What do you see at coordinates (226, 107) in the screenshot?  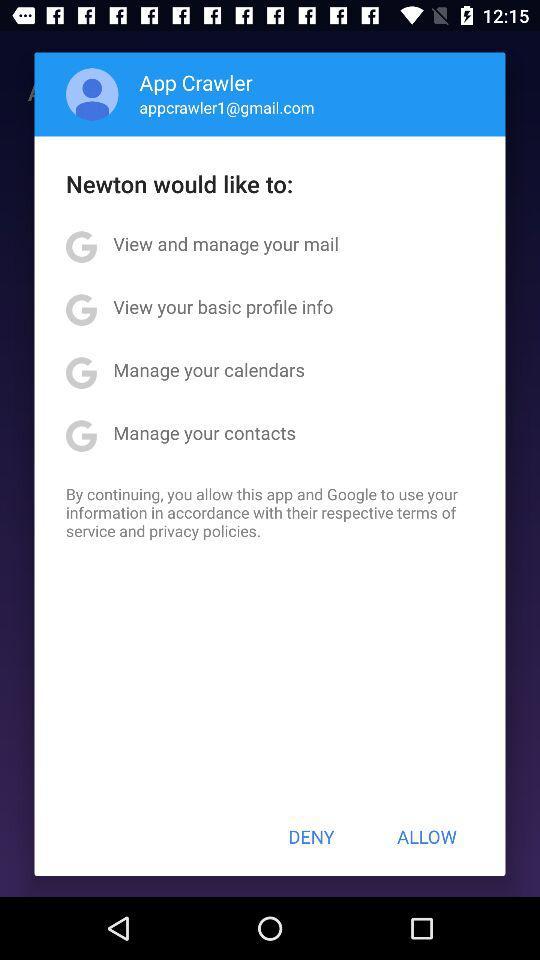 I see `the app above the newton would like item` at bounding box center [226, 107].